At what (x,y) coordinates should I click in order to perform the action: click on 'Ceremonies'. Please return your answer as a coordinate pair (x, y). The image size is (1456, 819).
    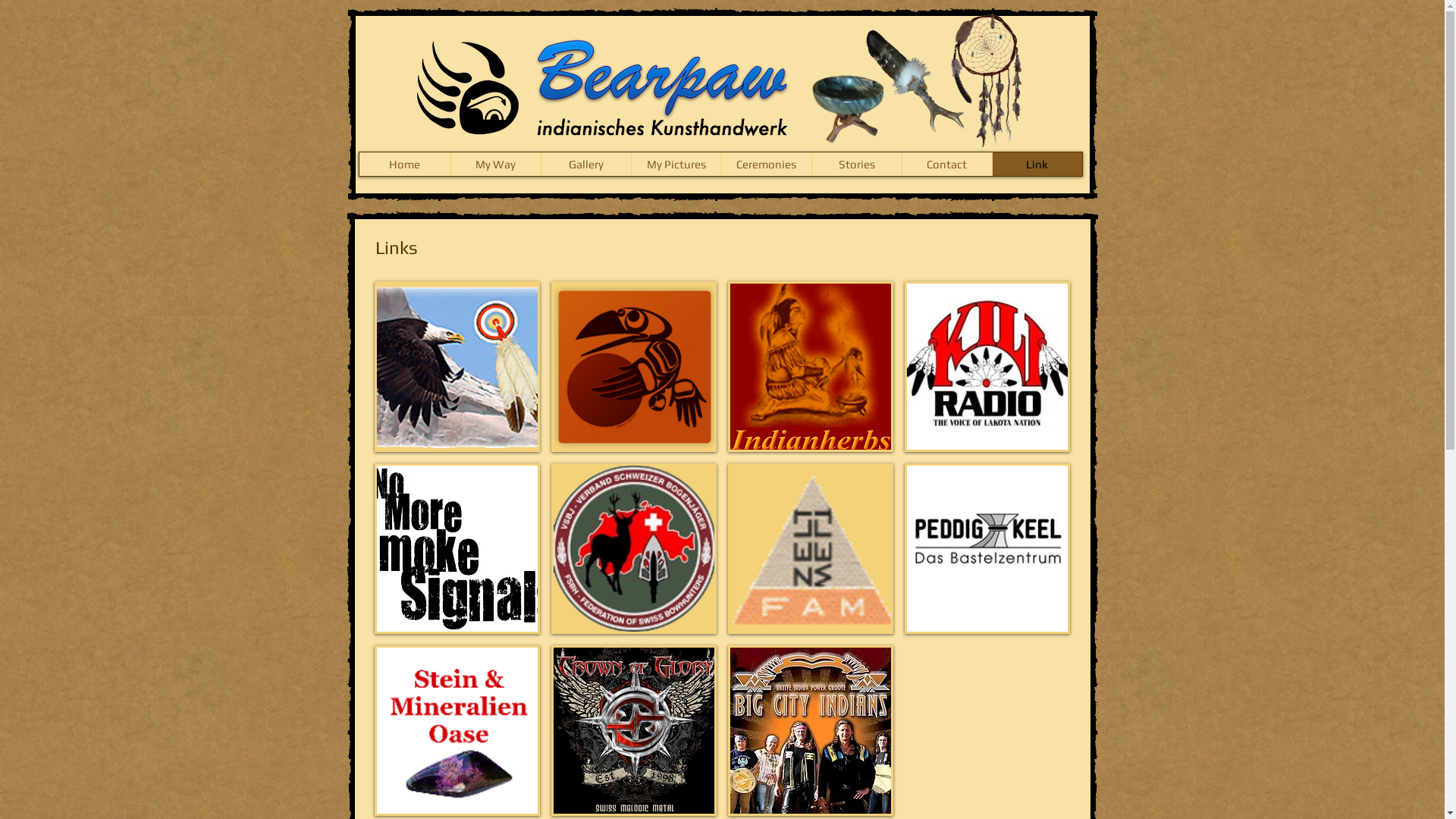
    Looking at the image, I should click on (720, 164).